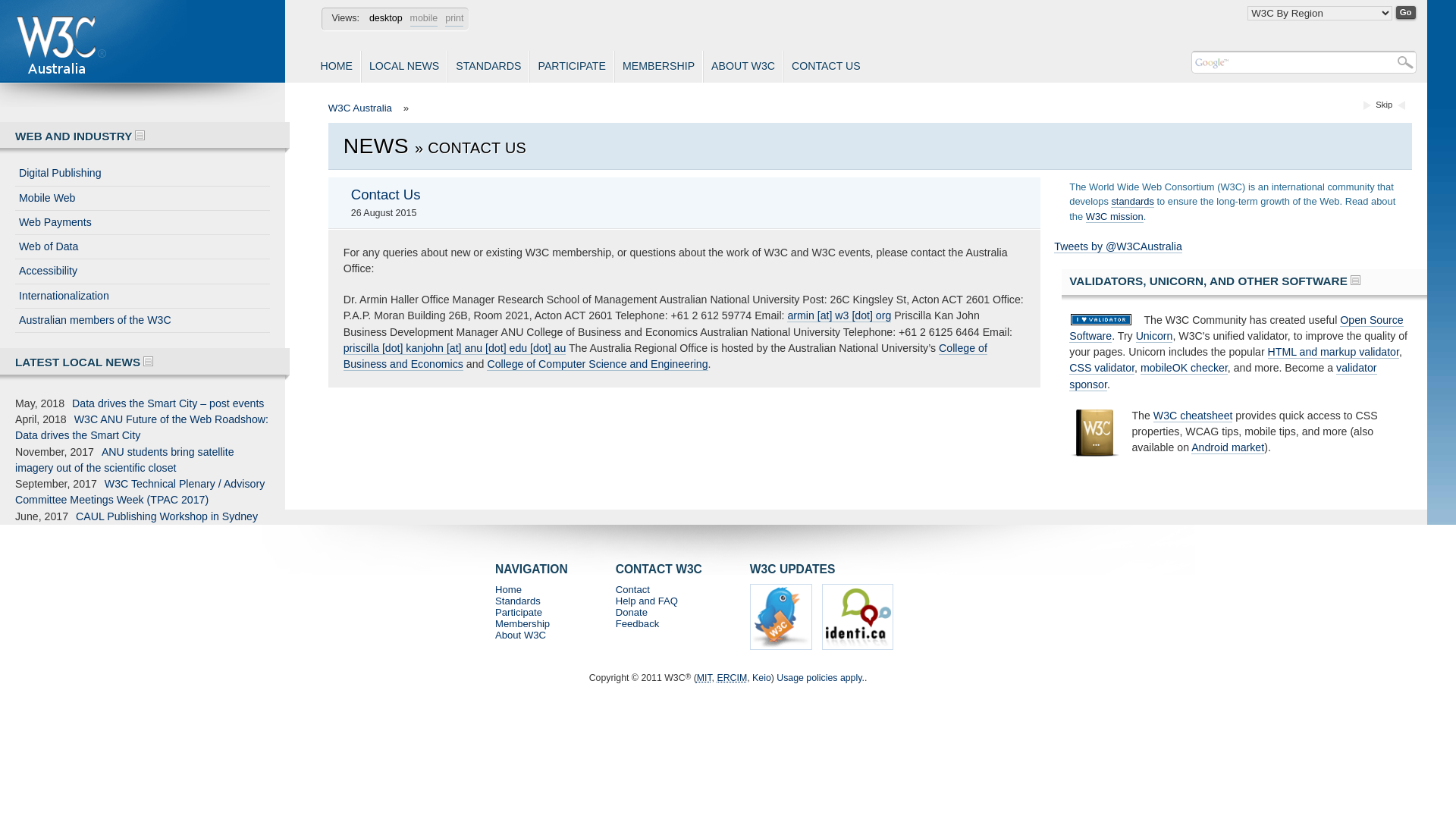  What do you see at coordinates (508, 588) in the screenshot?
I see `'Home'` at bounding box center [508, 588].